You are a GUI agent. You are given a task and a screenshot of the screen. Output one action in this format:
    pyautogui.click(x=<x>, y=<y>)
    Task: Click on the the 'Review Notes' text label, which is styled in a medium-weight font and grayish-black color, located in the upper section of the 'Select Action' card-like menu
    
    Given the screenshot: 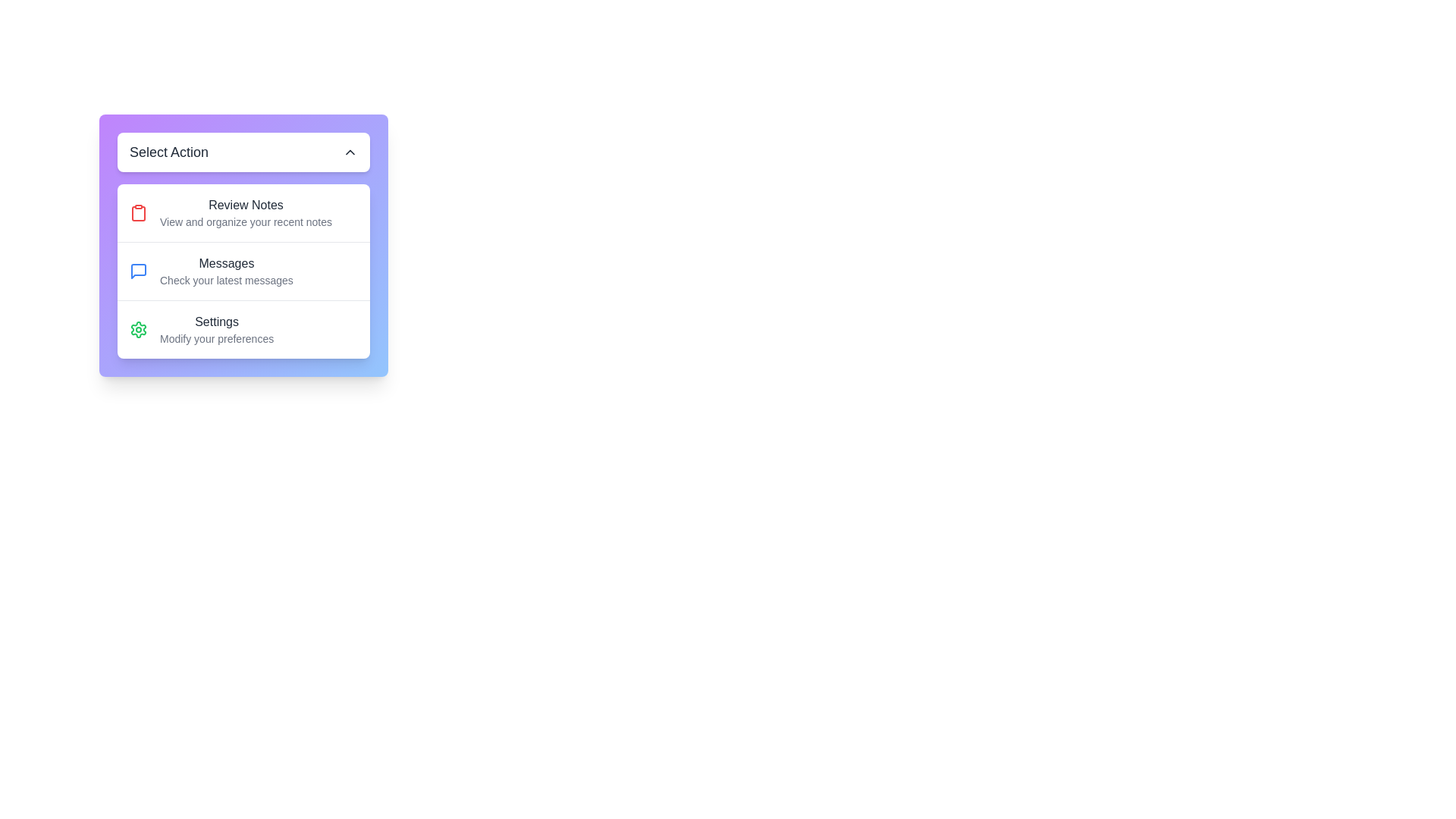 What is the action you would take?
    pyautogui.click(x=246, y=205)
    